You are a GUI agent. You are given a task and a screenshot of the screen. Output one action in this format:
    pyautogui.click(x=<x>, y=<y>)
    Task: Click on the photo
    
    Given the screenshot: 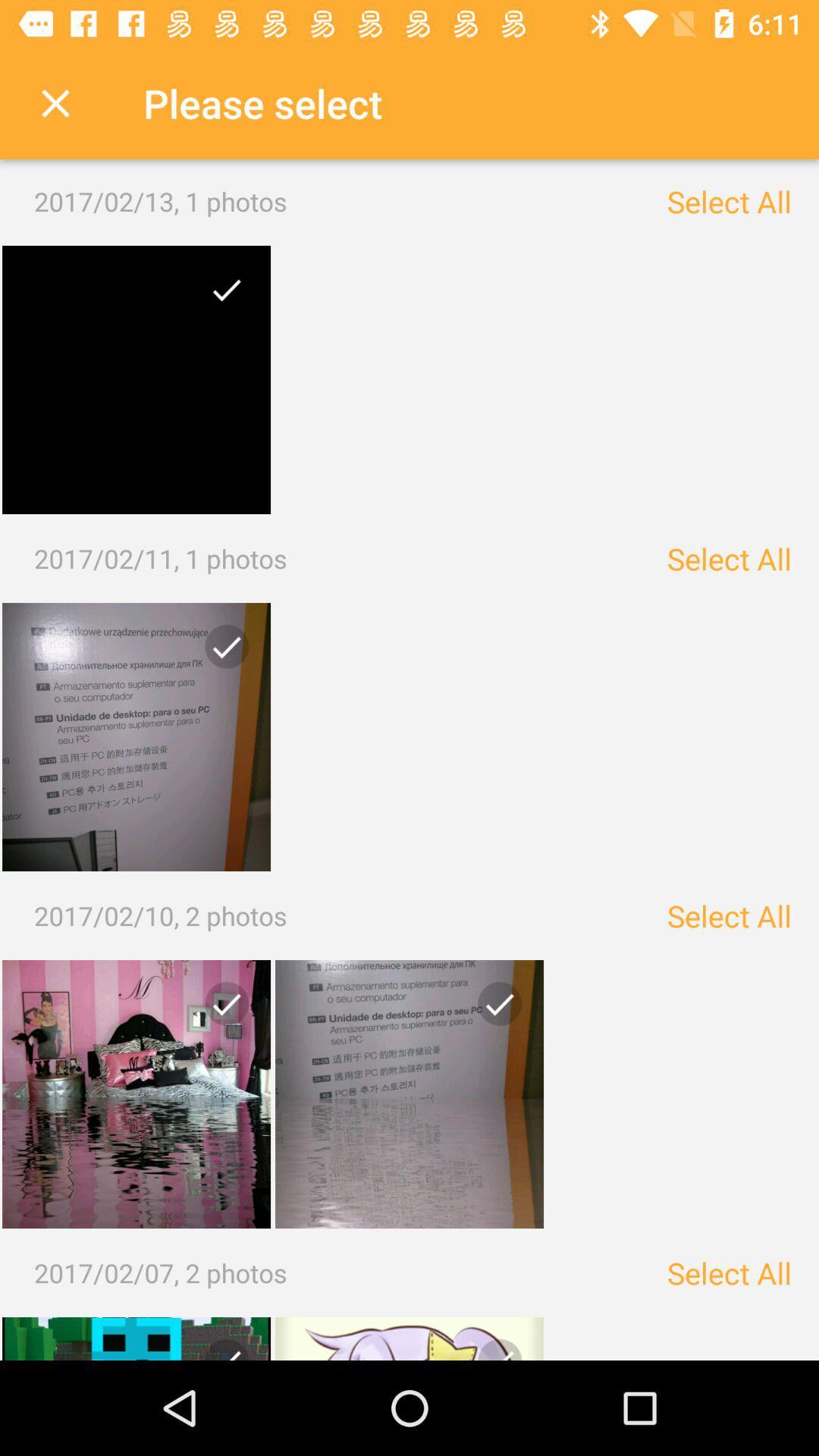 What is the action you would take?
    pyautogui.click(x=221, y=295)
    